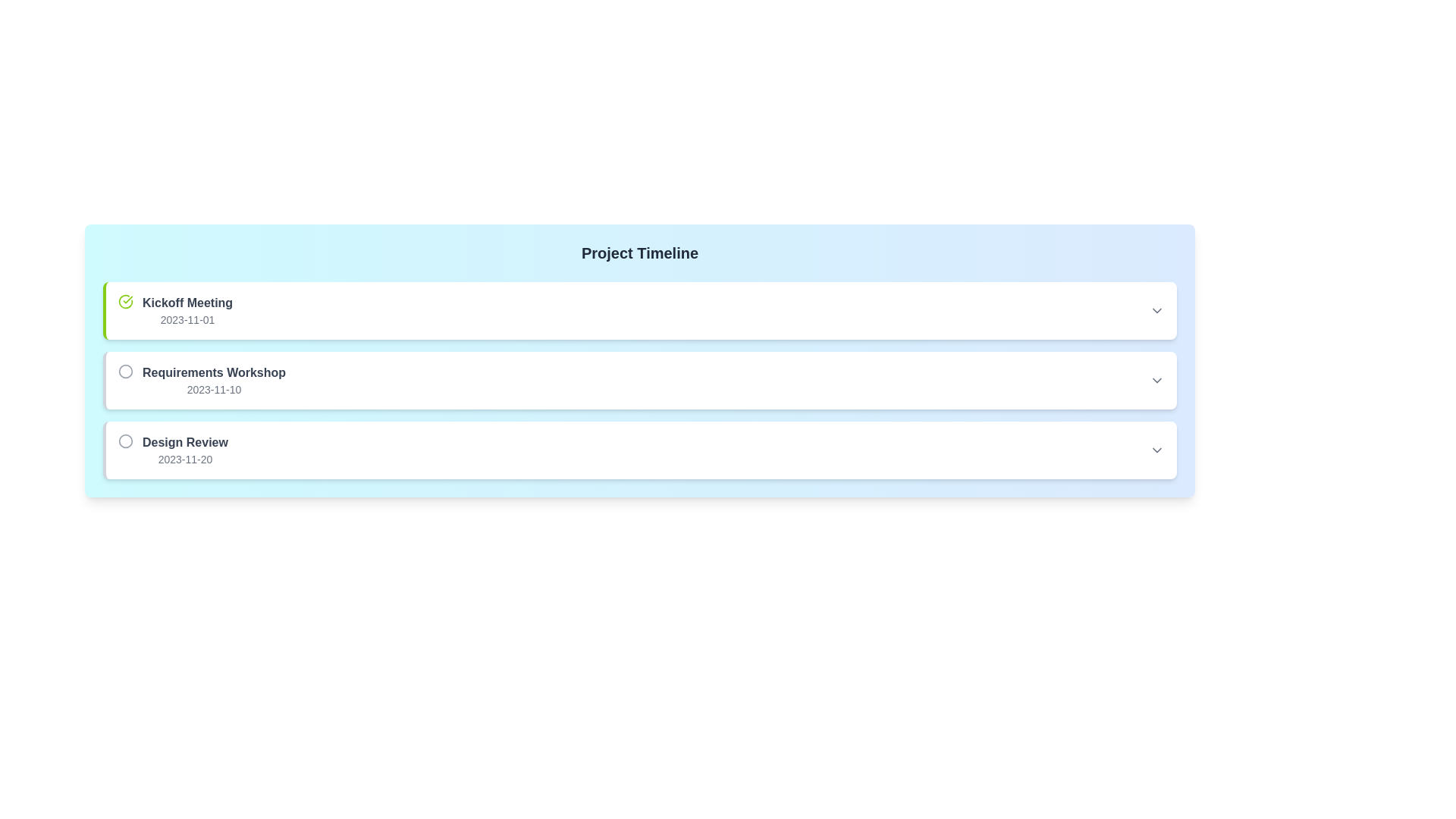 The image size is (1456, 819). Describe the element at coordinates (173, 450) in the screenshot. I see `the third list item labeled 'Design Review' under the 'Project Timeline' section for further interactions` at that location.